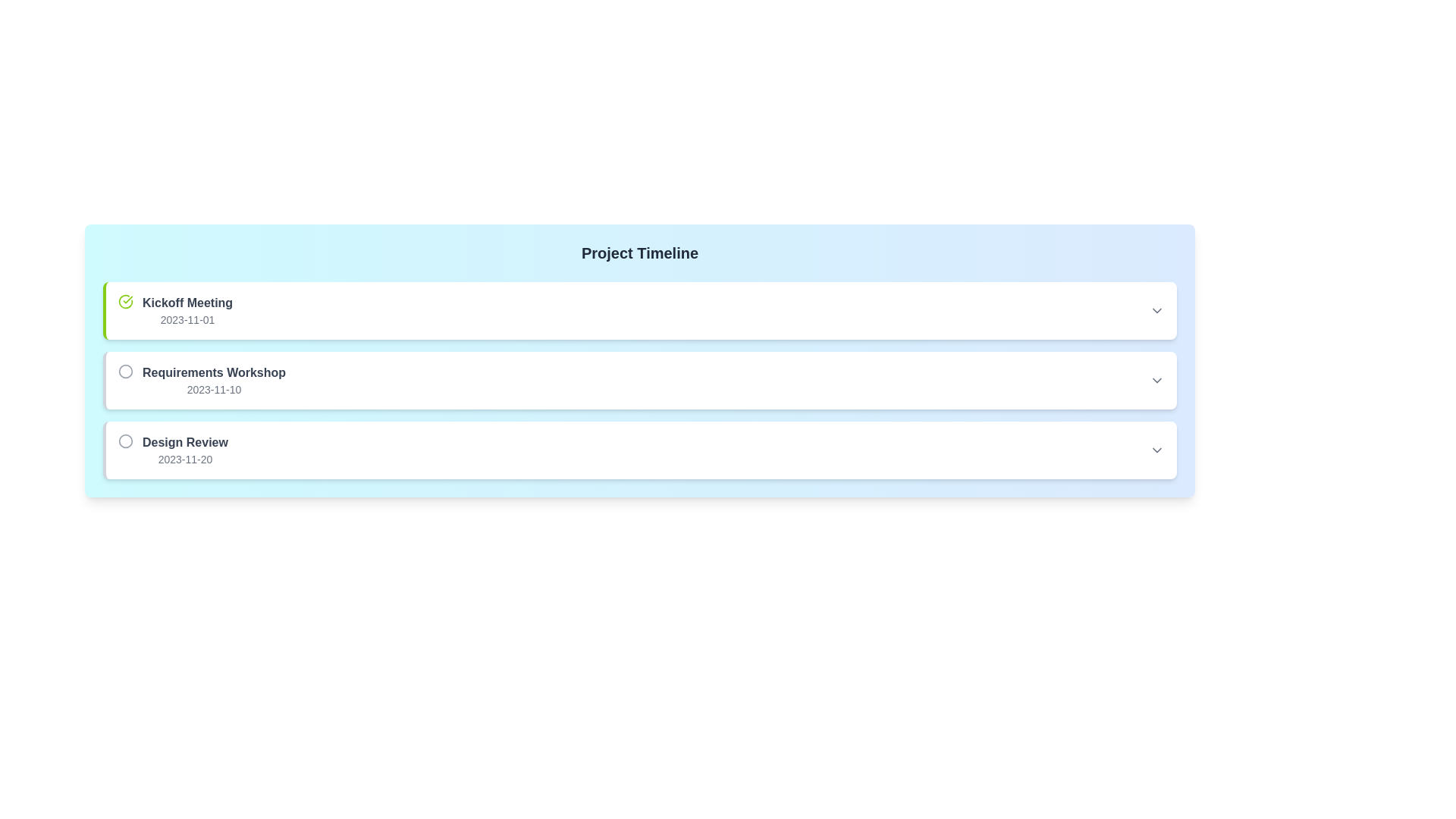 The image size is (1456, 819). Describe the element at coordinates (173, 450) in the screenshot. I see `the third list item labeled 'Design Review' under the 'Project Timeline' section for further interactions` at that location.